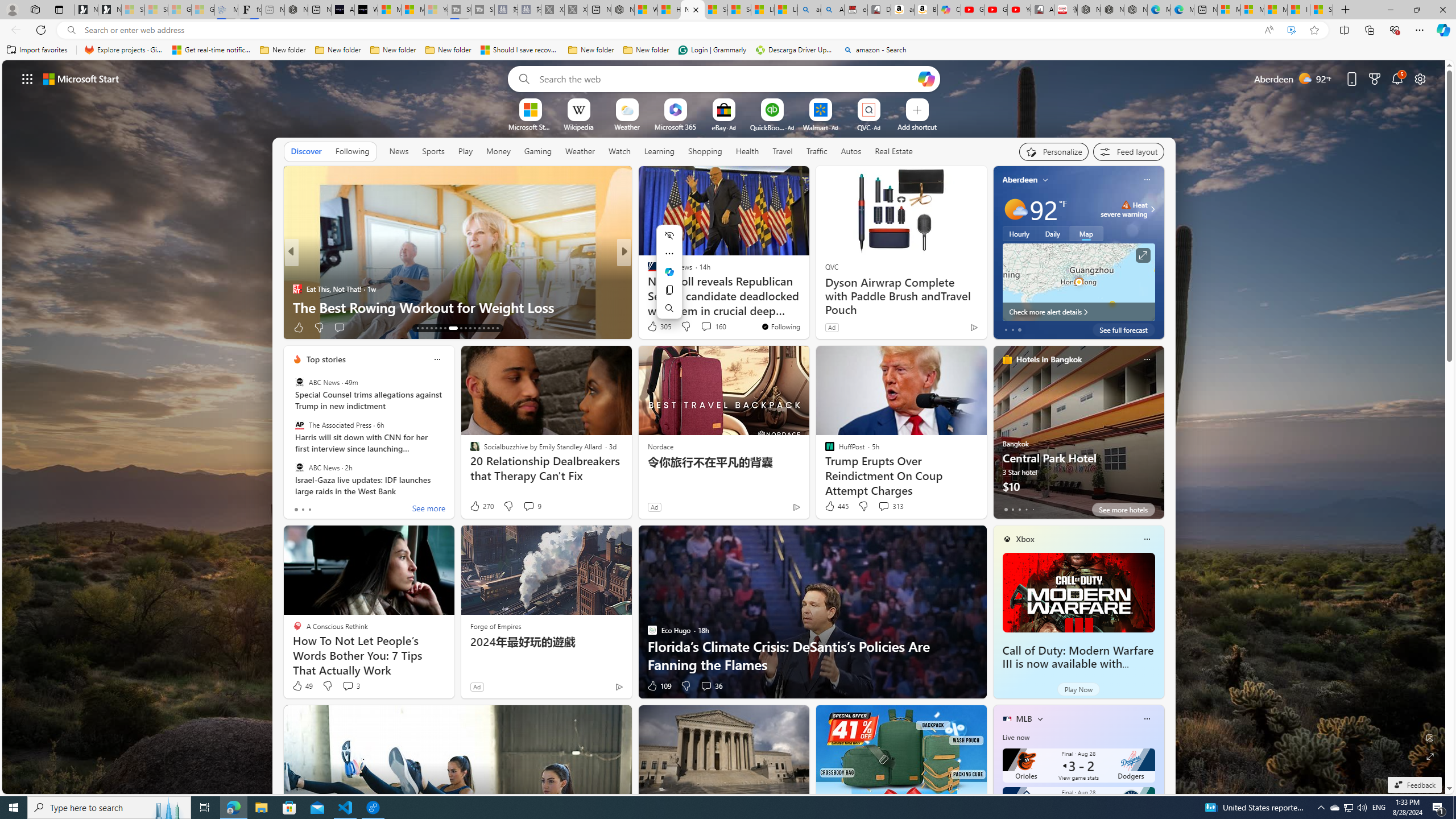 This screenshot has width=1456, height=819. I want to click on 'Gaming', so click(537, 150).